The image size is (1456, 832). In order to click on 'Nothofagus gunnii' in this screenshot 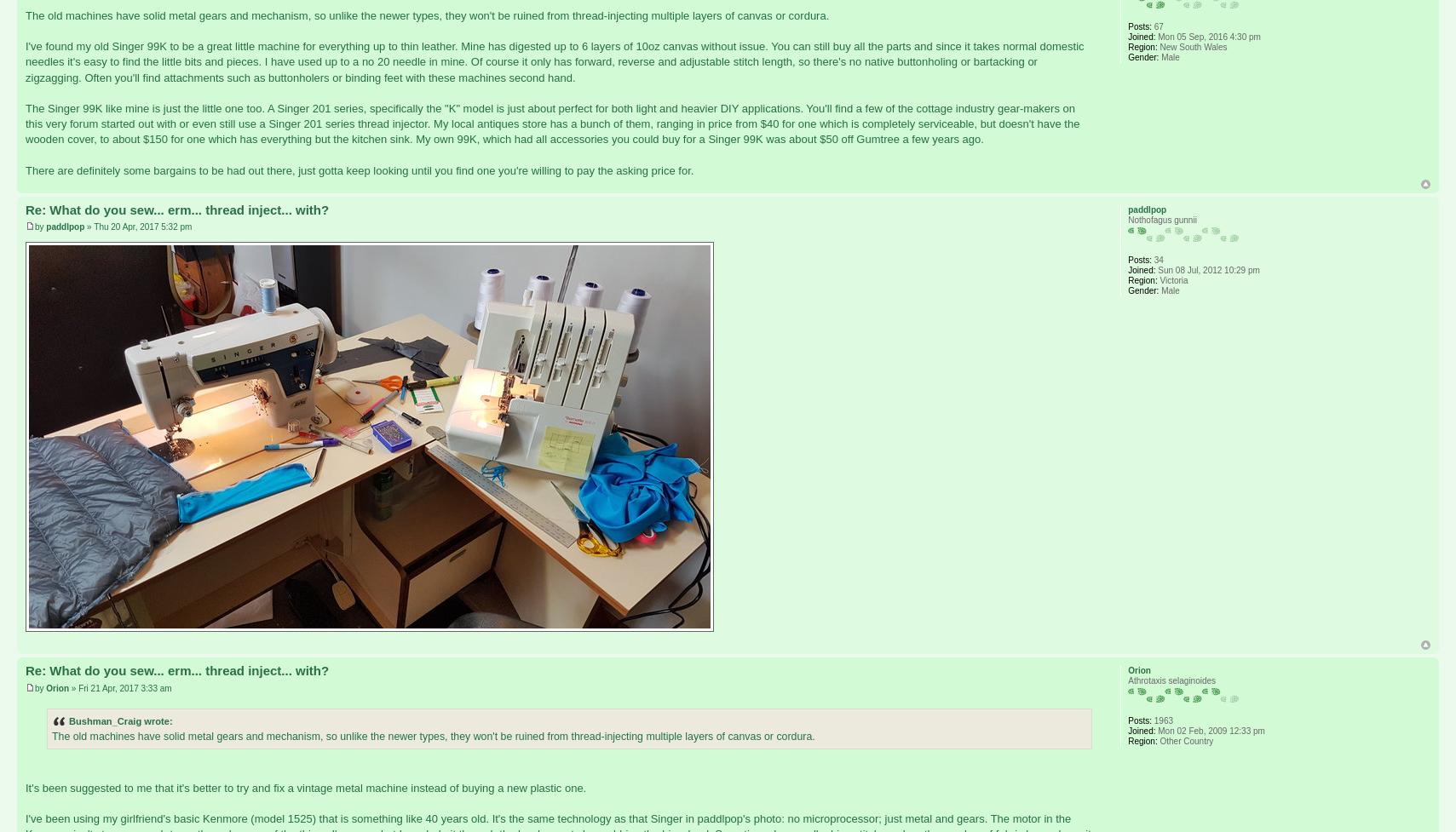, I will do `click(1127, 218)`.